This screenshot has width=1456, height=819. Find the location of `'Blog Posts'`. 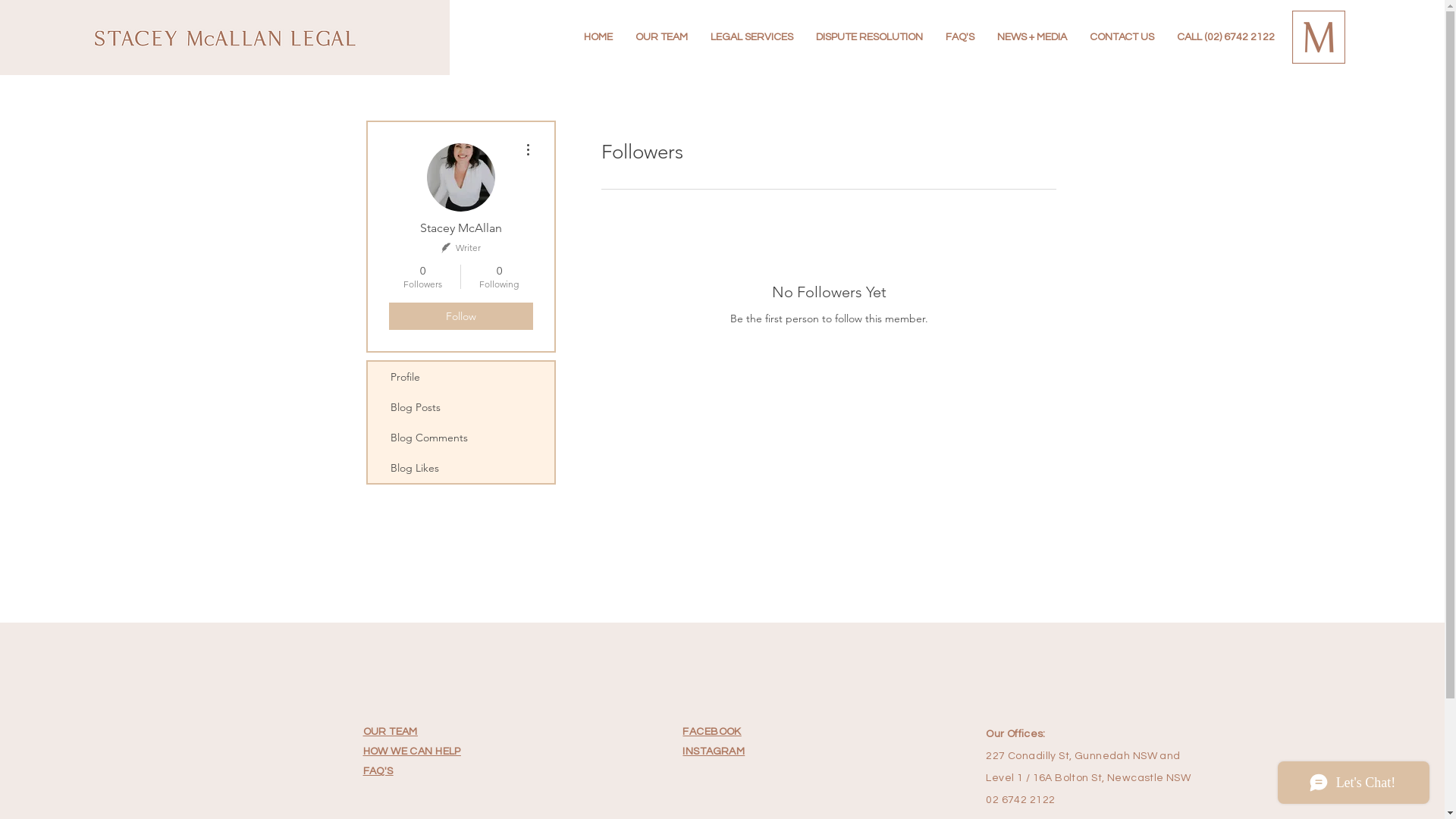

'Blog Posts' is located at coordinates (459, 406).